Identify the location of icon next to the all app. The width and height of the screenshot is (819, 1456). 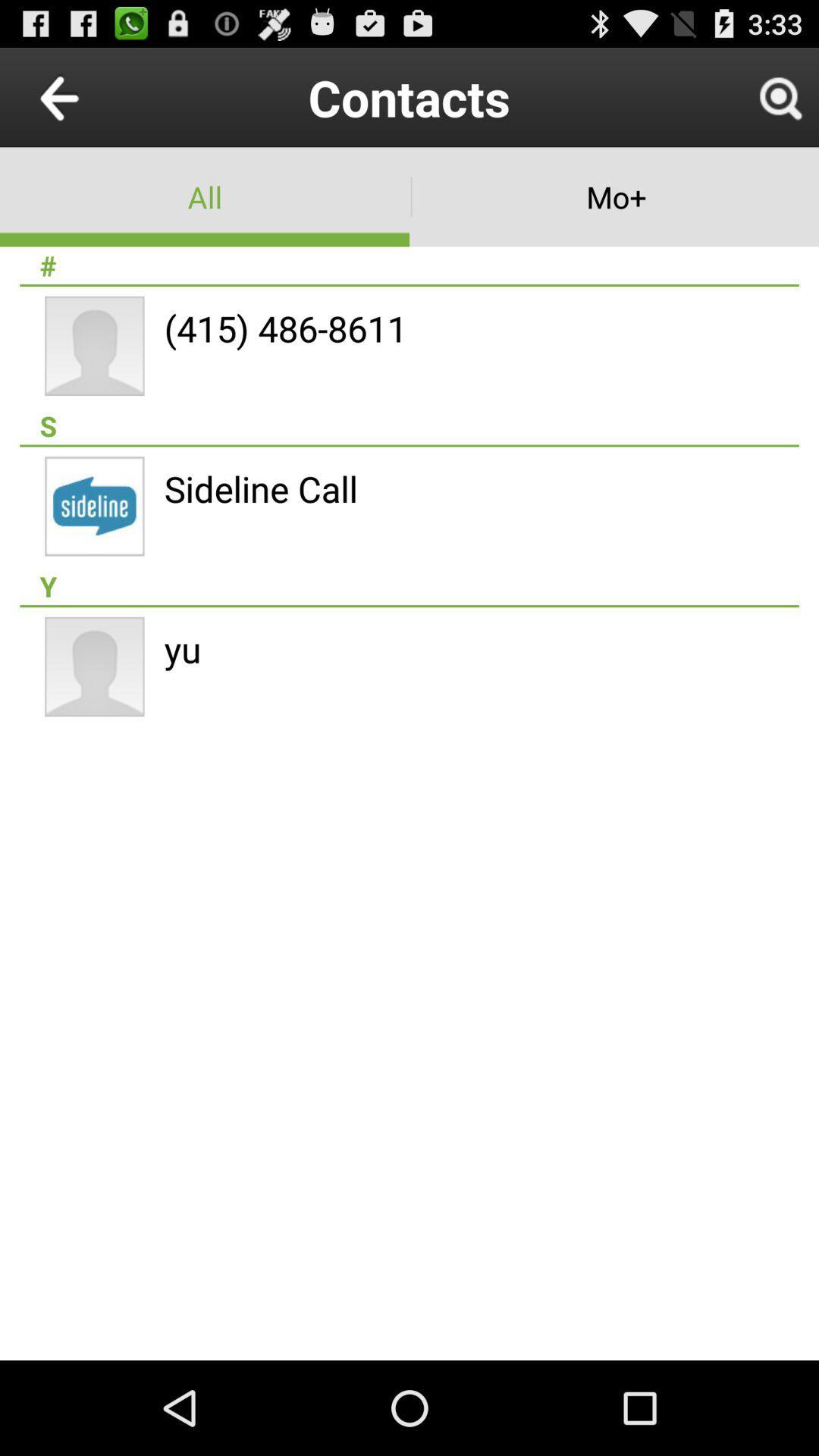
(614, 196).